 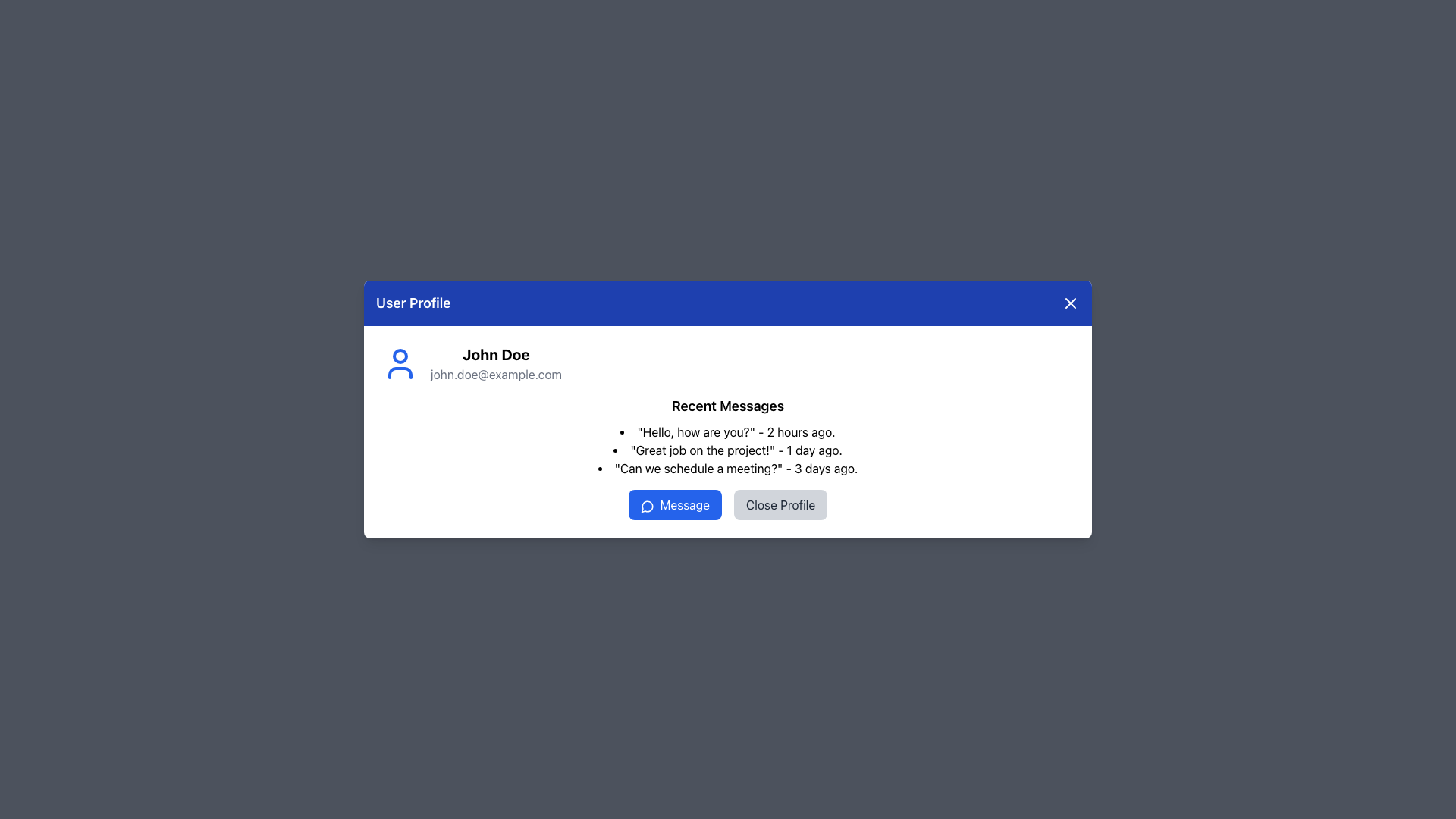 What do you see at coordinates (400, 356) in the screenshot?
I see `SVG circle element that represents the user profile icon, located in the top-left section of the profile modal under the User Profile header` at bounding box center [400, 356].